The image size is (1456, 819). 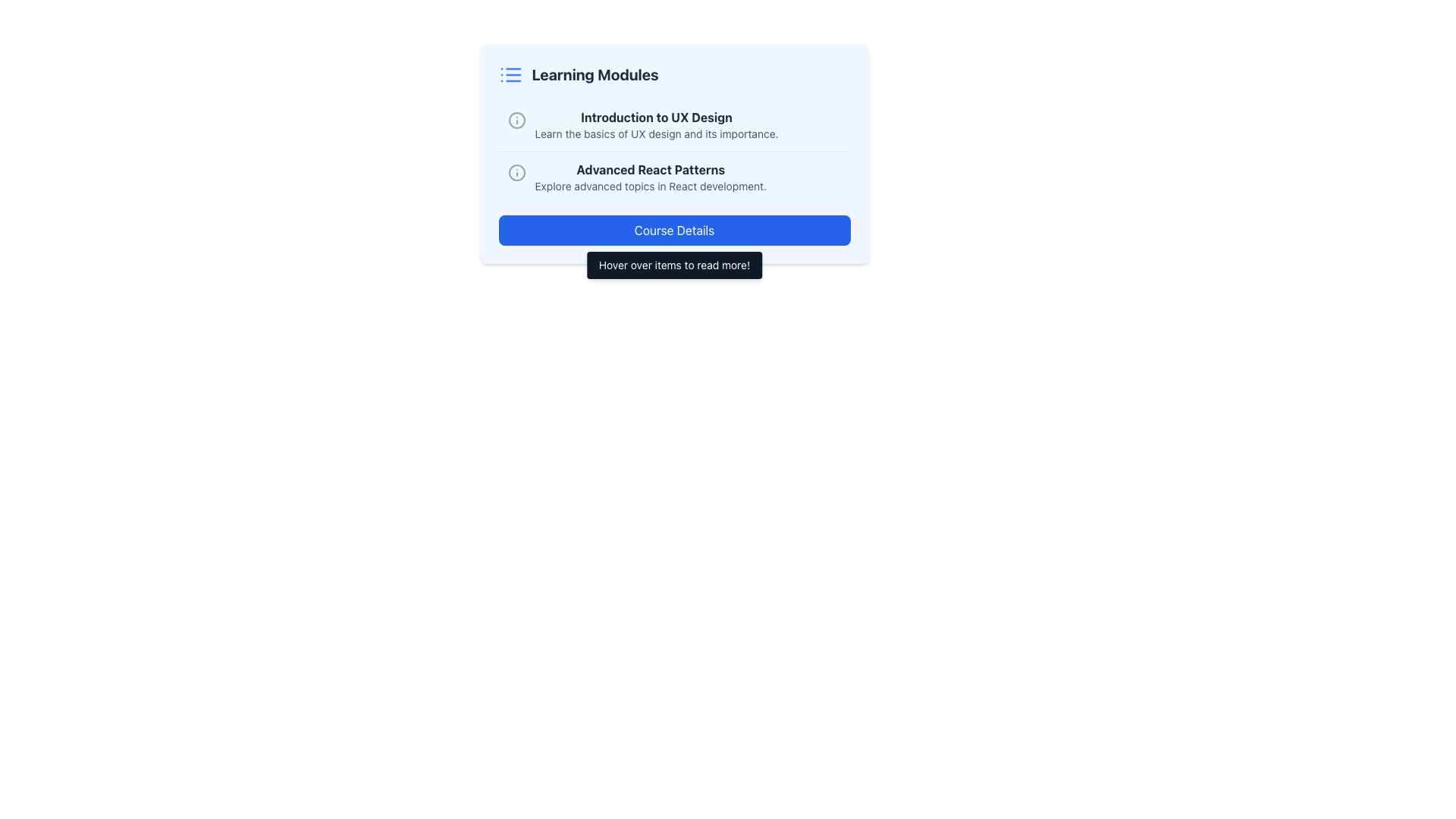 I want to click on descriptive text located below the 'Advanced React Patterns' title in the 'Learning Modules' panel, which provides further details about advanced React patterns, so click(x=651, y=186).